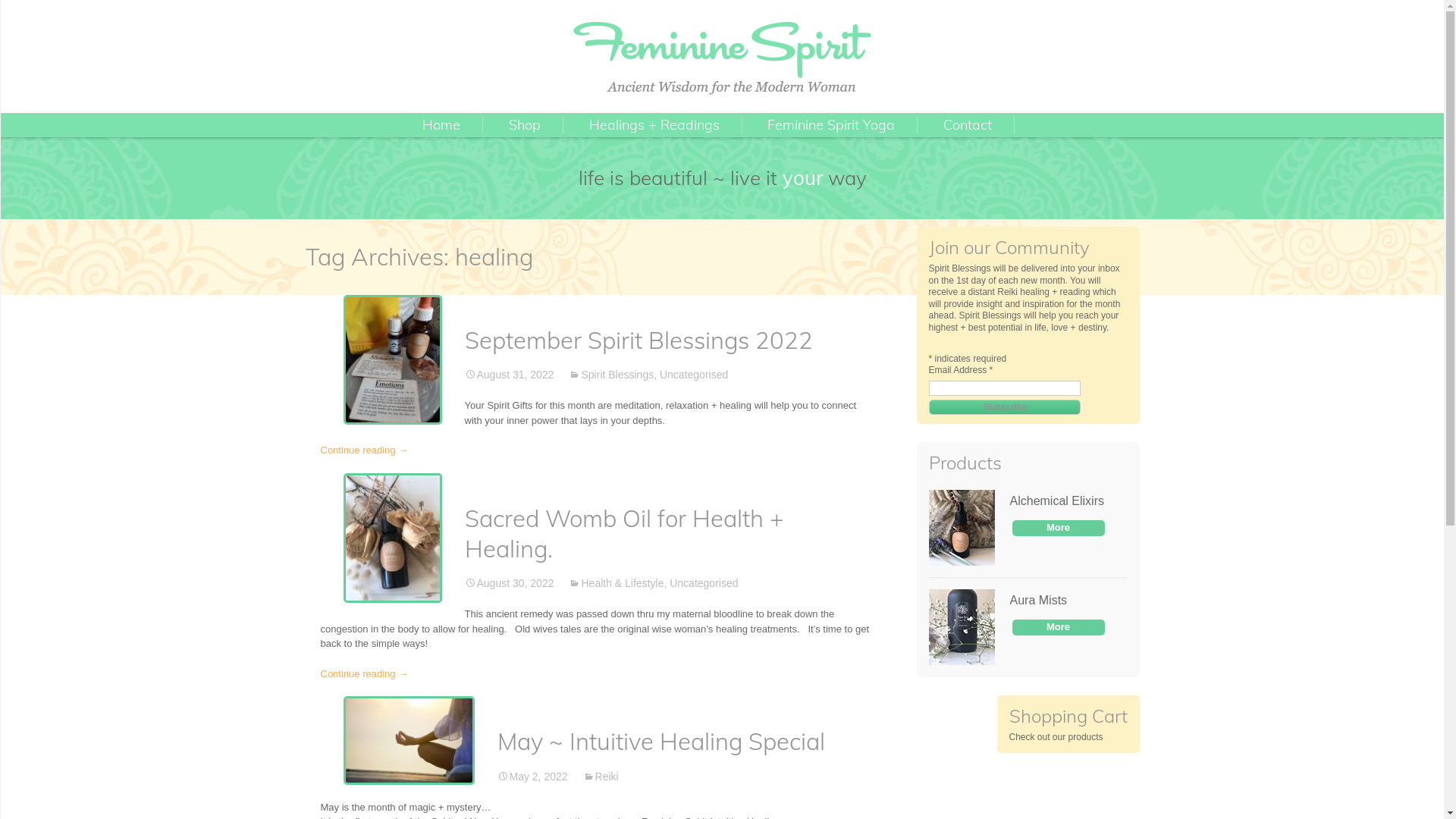  I want to click on 'Shop', so click(486, 124).